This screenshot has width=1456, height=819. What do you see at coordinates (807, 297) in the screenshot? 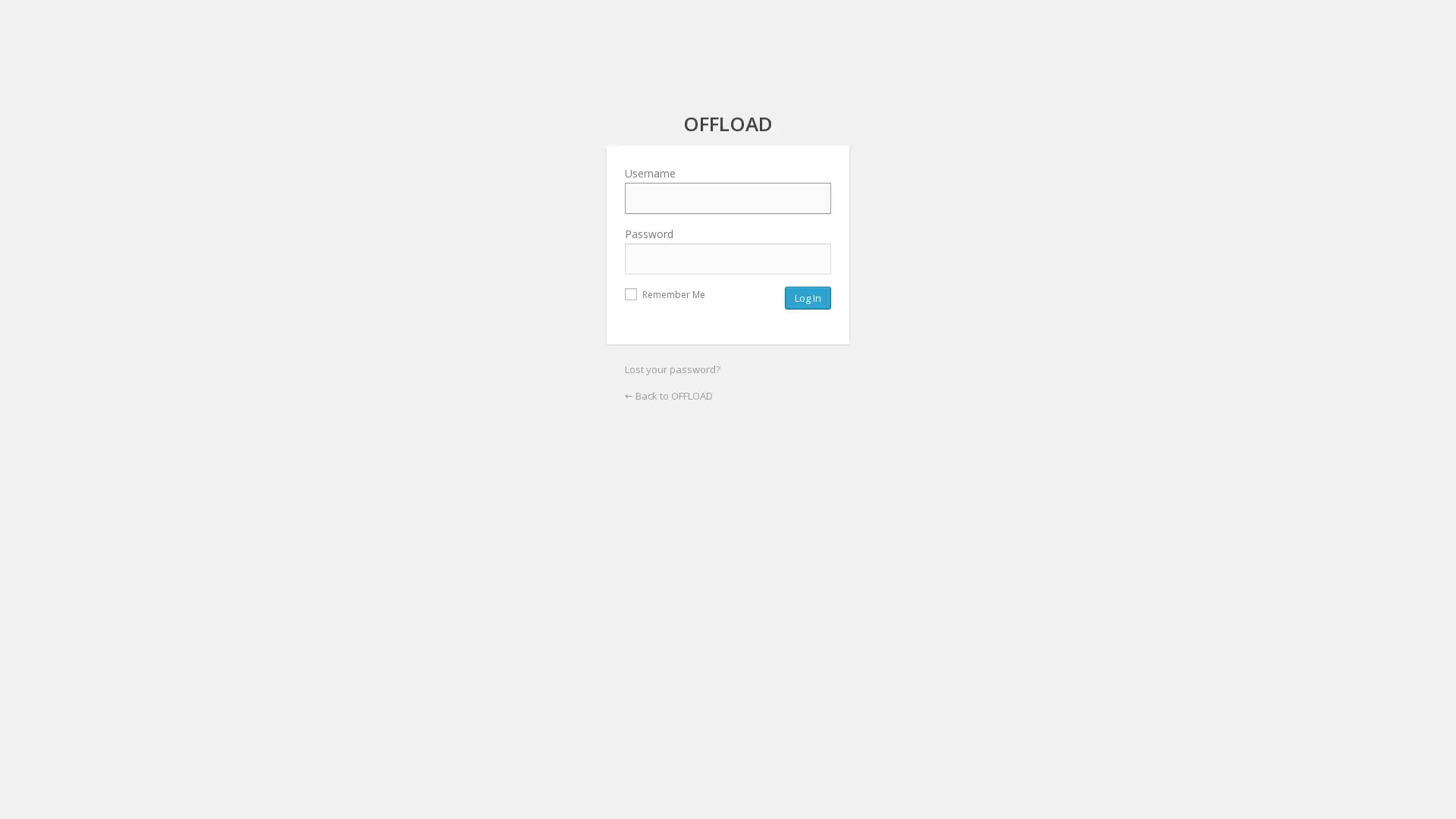
I see `Log In` at bounding box center [807, 297].